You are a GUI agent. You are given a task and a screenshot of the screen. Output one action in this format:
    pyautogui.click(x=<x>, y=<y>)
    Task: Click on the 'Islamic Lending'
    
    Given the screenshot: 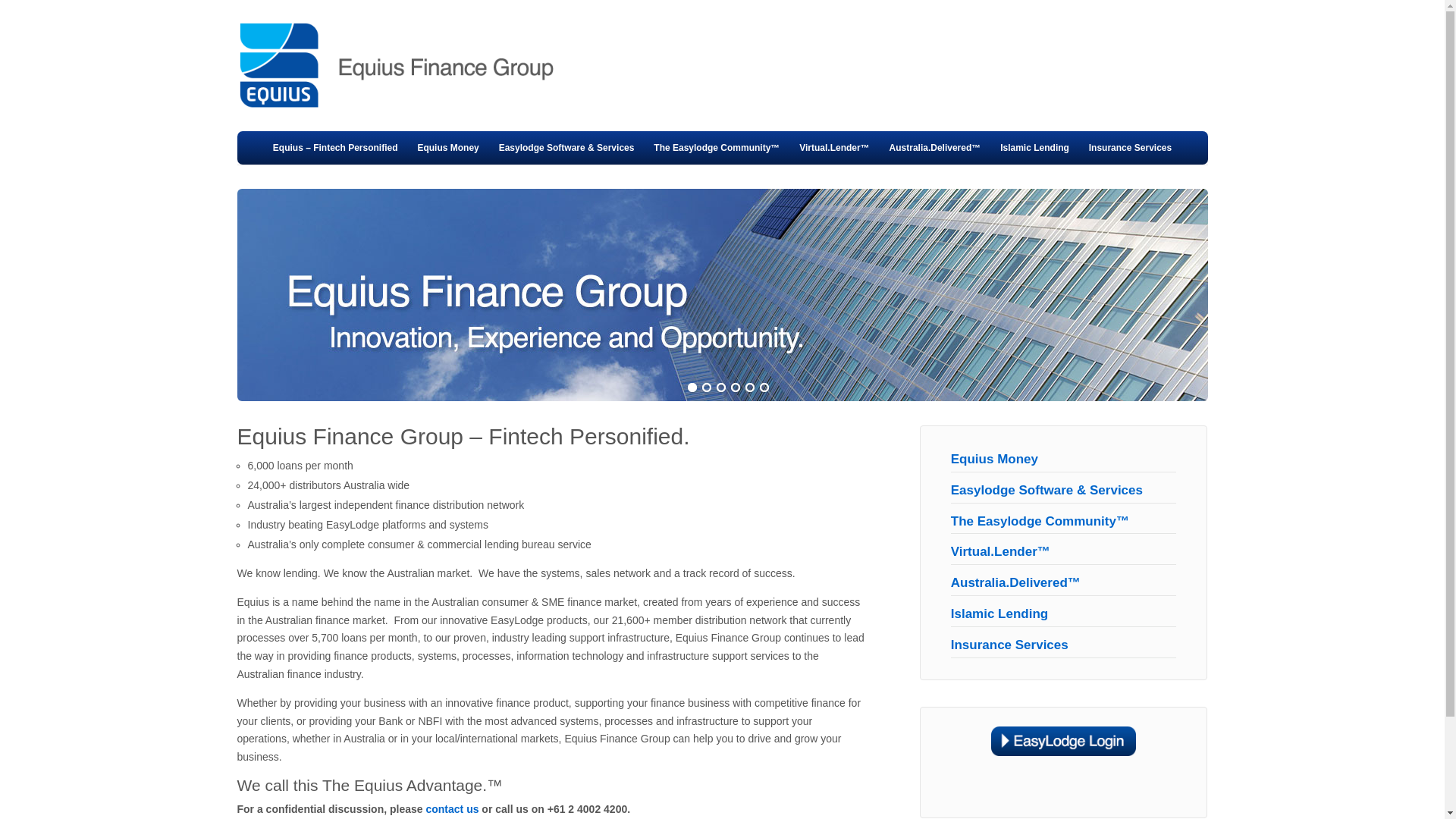 What is the action you would take?
    pyautogui.click(x=1034, y=148)
    